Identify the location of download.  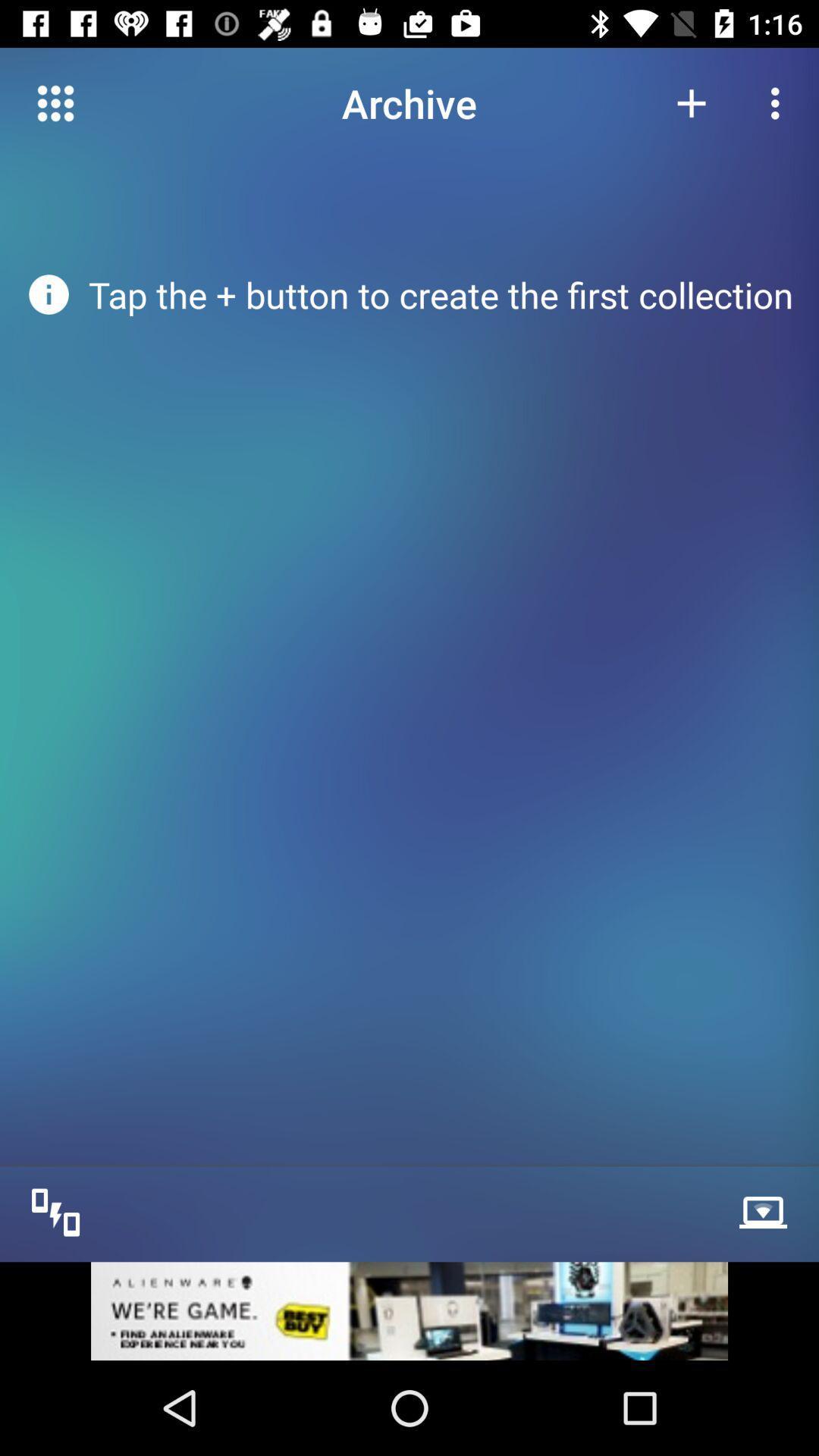
(767, 1210).